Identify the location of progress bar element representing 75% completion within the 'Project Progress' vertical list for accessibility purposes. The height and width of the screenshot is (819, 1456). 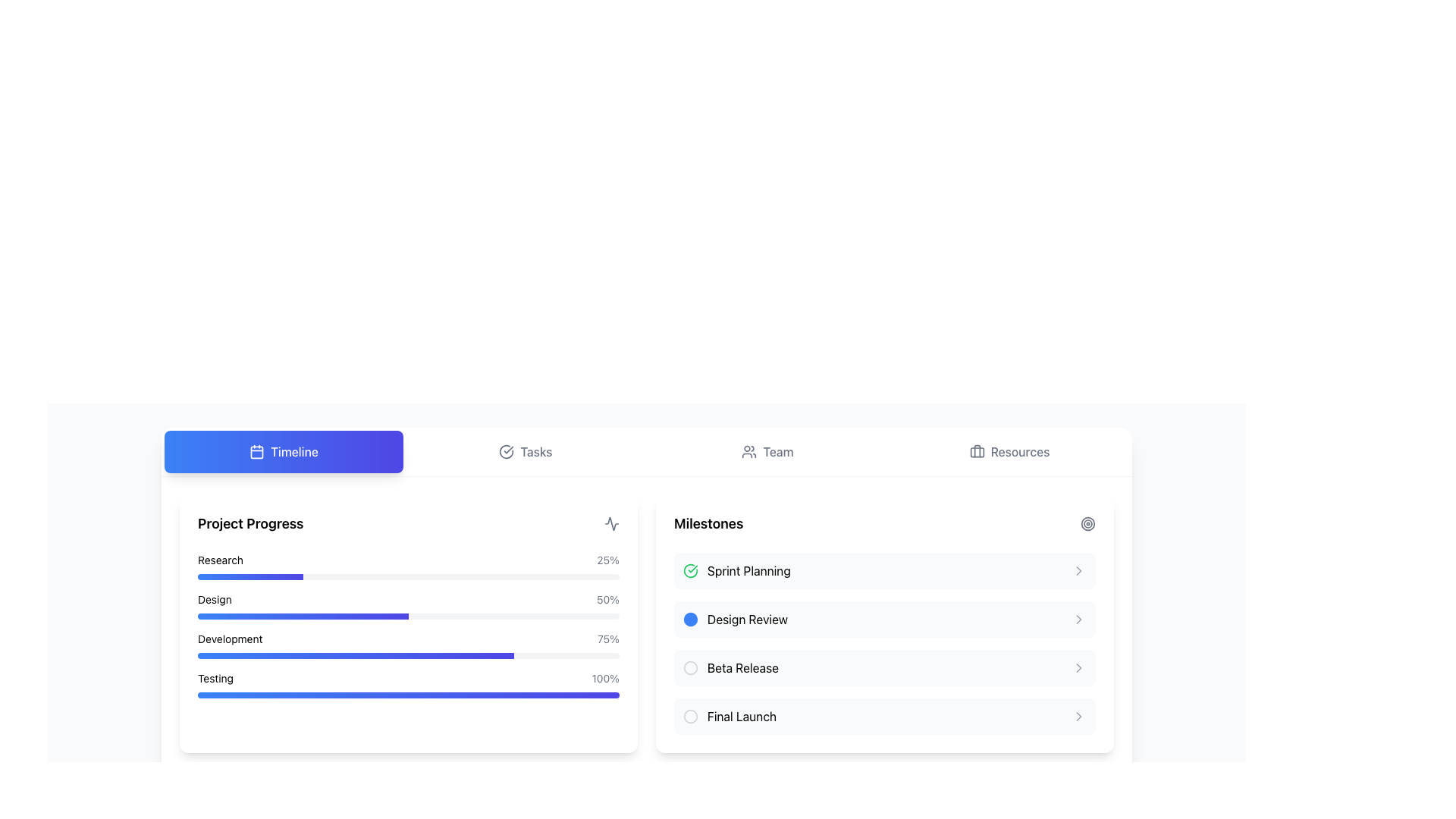
(408, 645).